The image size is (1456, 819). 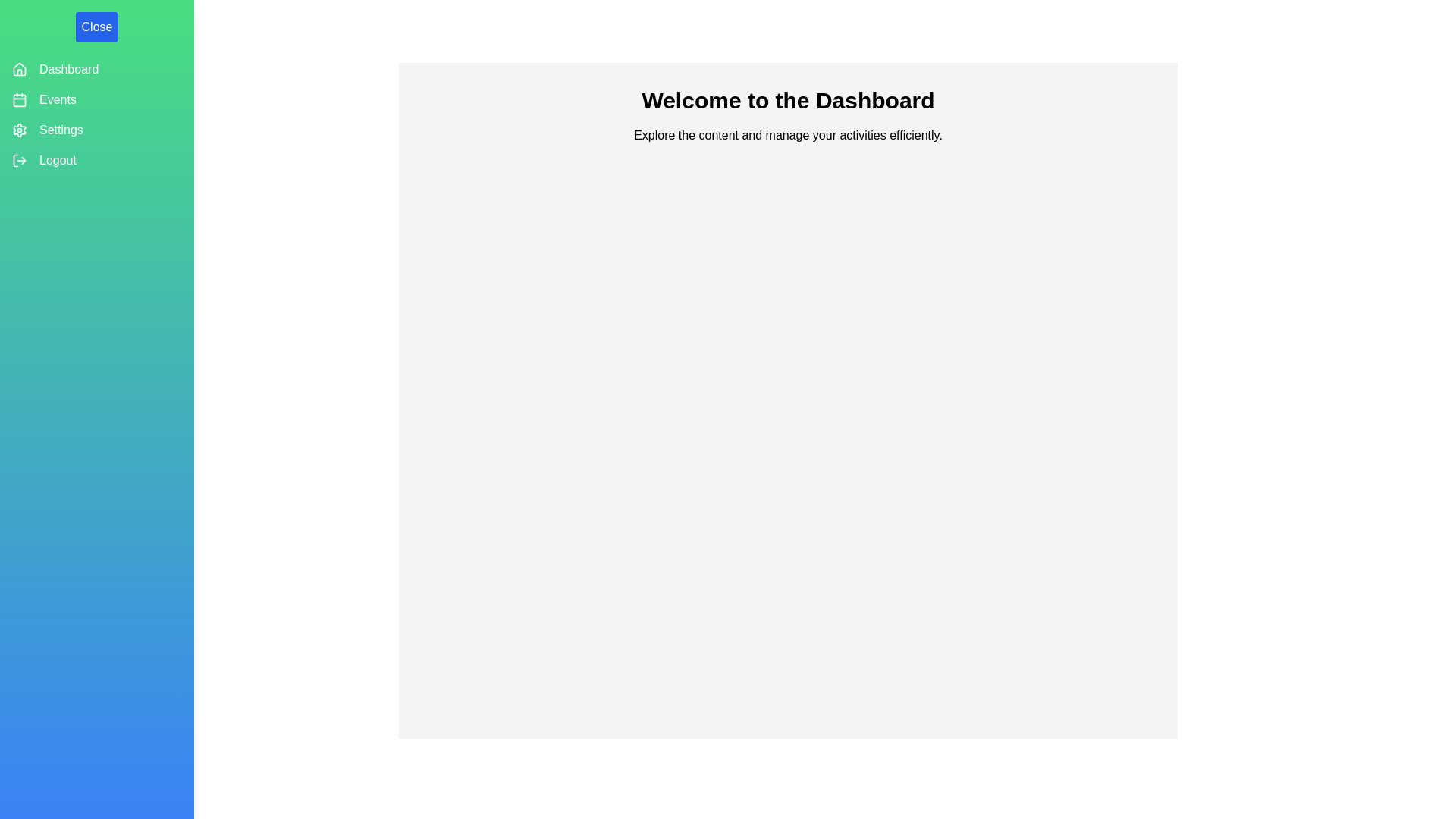 What do you see at coordinates (96, 99) in the screenshot?
I see `the 'Events' menu item in the drawer navigation` at bounding box center [96, 99].